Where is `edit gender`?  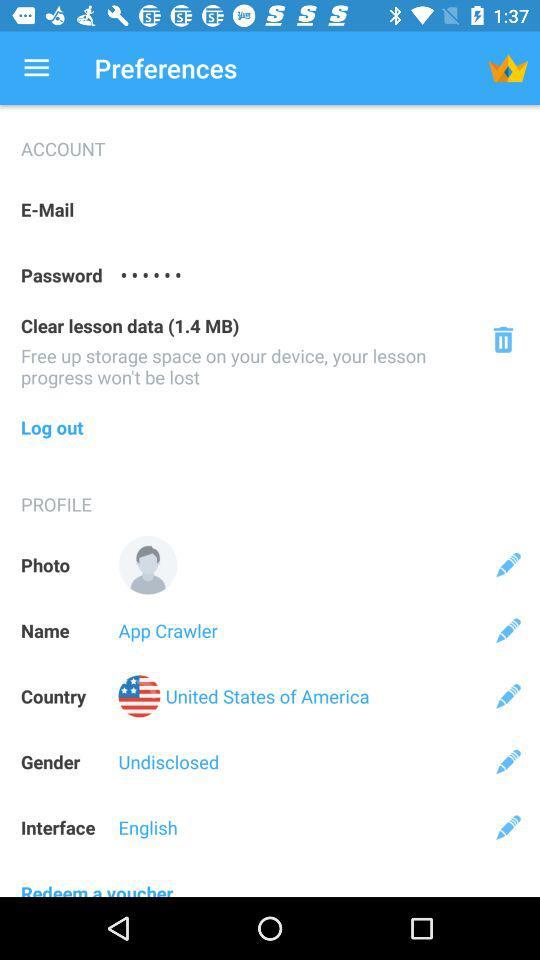
edit gender is located at coordinates (508, 760).